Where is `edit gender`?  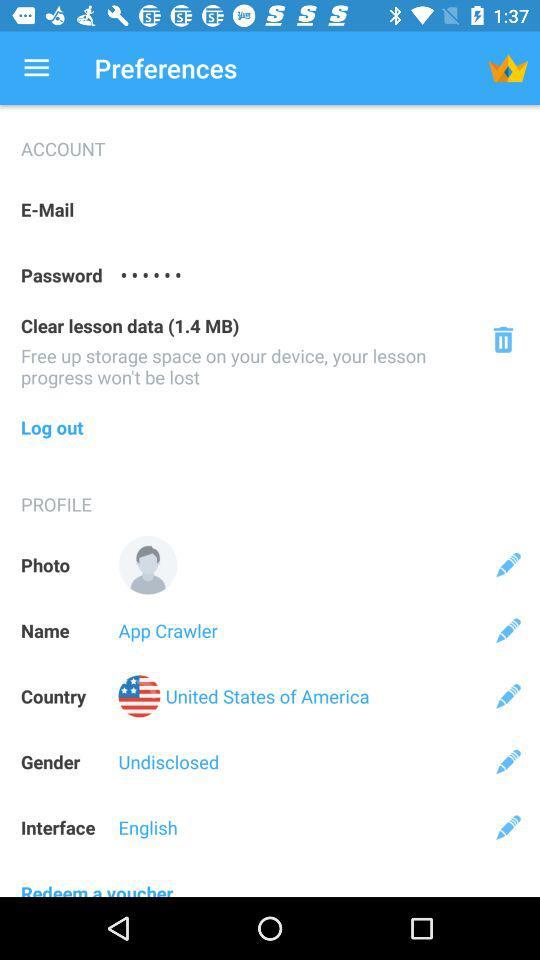
edit gender is located at coordinates (508, 760).